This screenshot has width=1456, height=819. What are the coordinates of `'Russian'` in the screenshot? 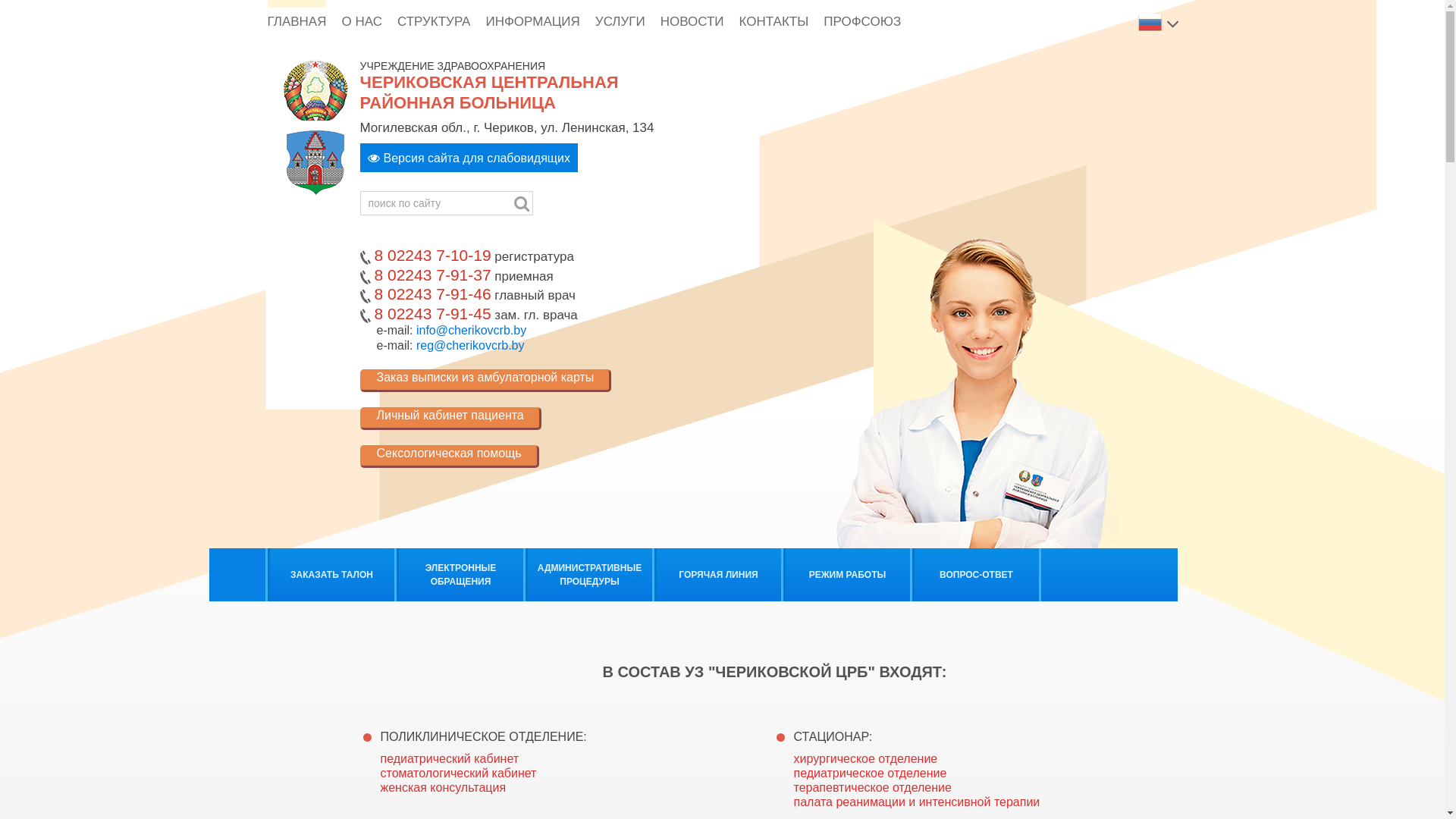 It's located at (1150, 20).